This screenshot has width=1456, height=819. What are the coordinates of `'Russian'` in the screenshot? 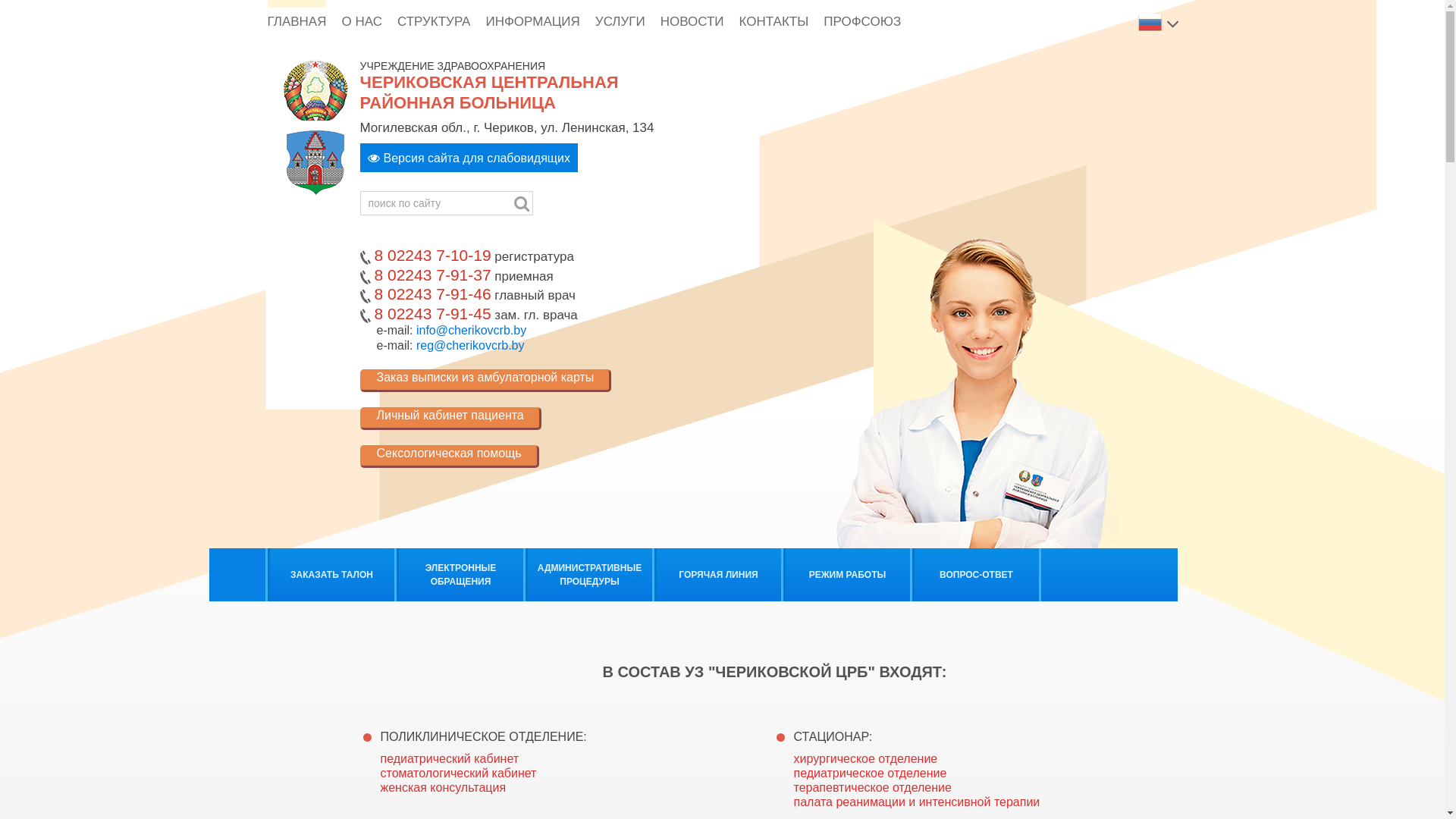 It's located at (1150, 20).